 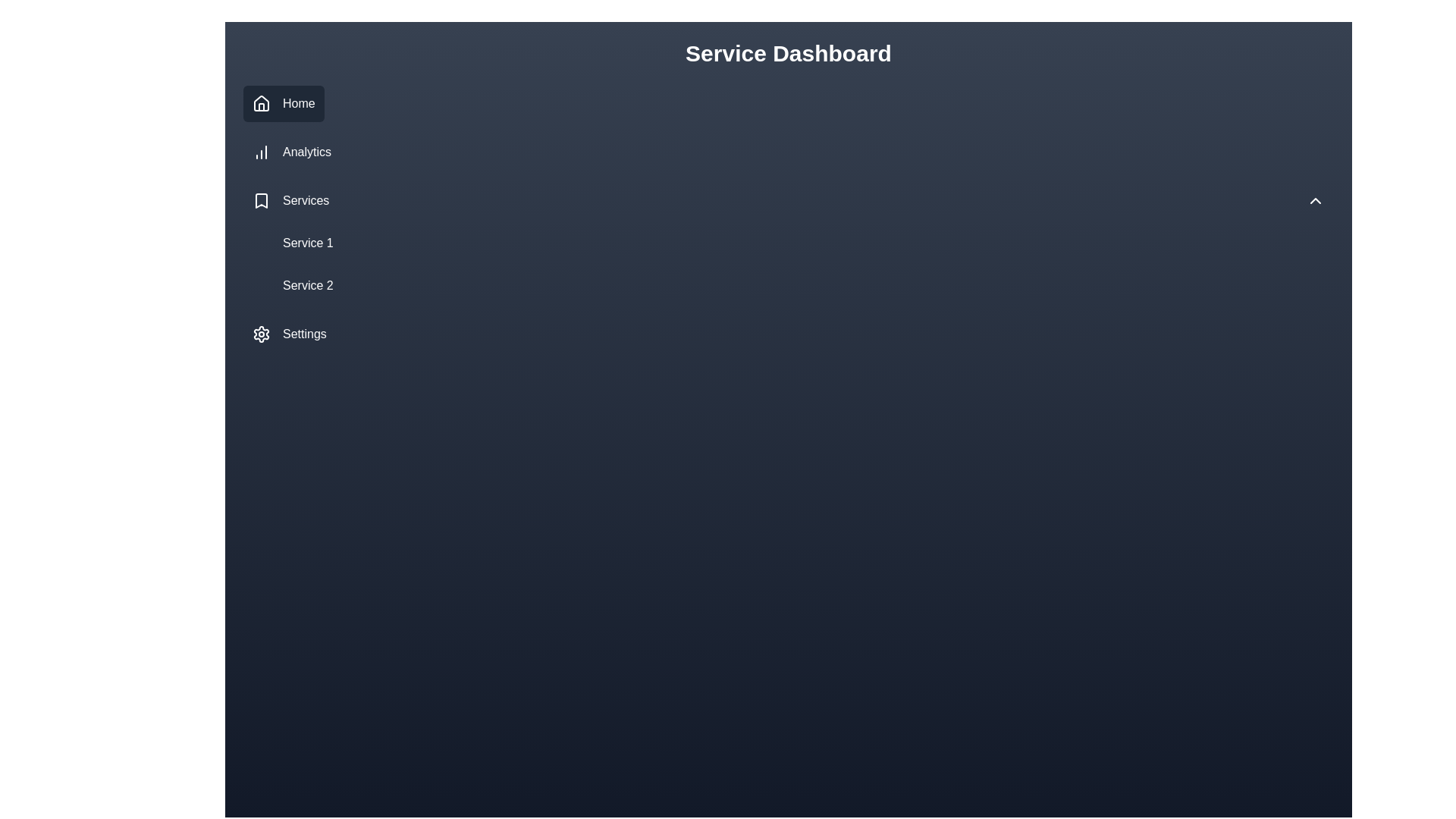 What do you see at coordinates (298, 103) in the screenshot?
I see `on the 'Home' text label in the navigation sidebar, which is displayed in white font on a dark blue background, positioned next` at bounding box center [298, 103].